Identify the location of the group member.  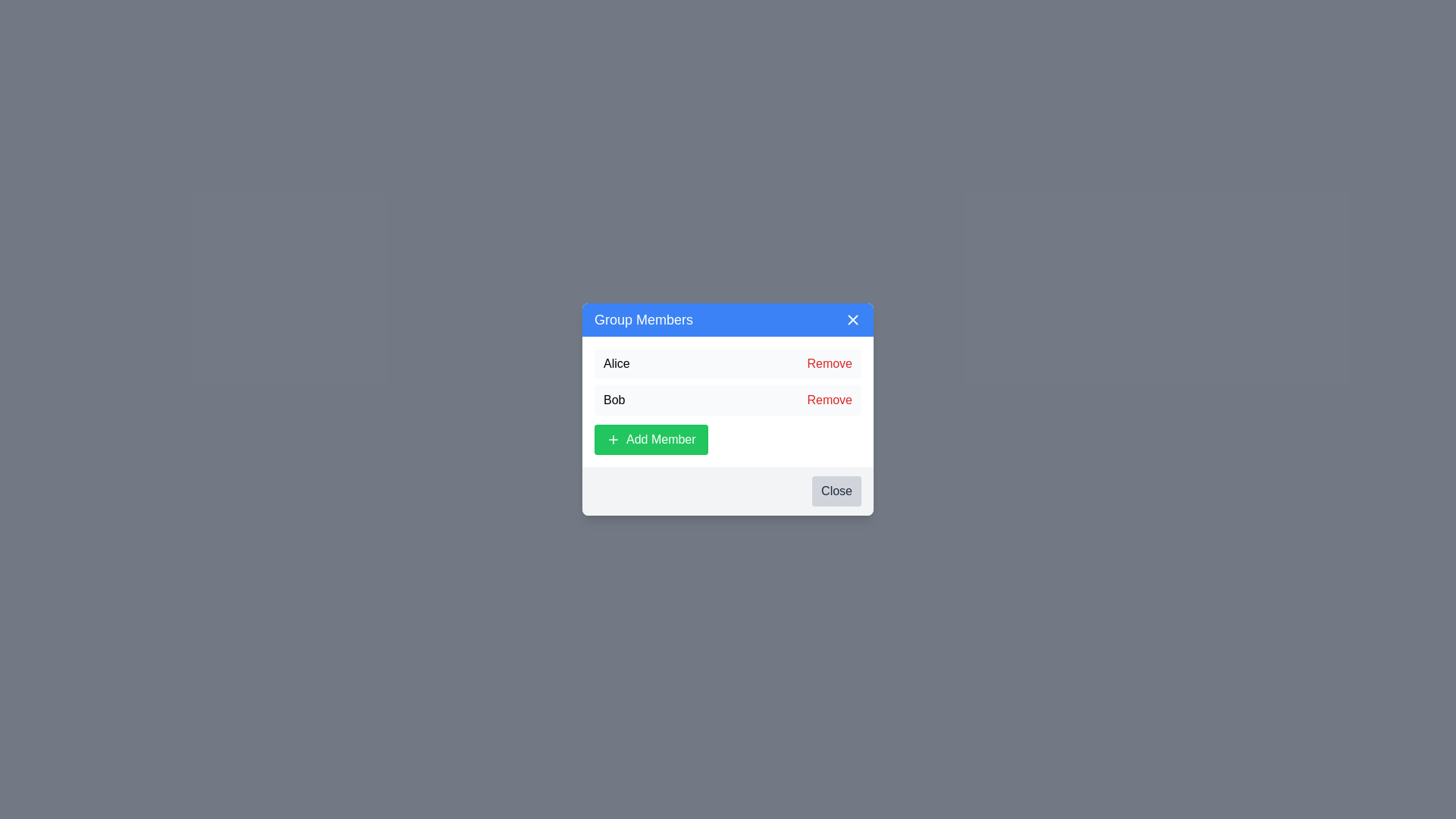
(728, 400).